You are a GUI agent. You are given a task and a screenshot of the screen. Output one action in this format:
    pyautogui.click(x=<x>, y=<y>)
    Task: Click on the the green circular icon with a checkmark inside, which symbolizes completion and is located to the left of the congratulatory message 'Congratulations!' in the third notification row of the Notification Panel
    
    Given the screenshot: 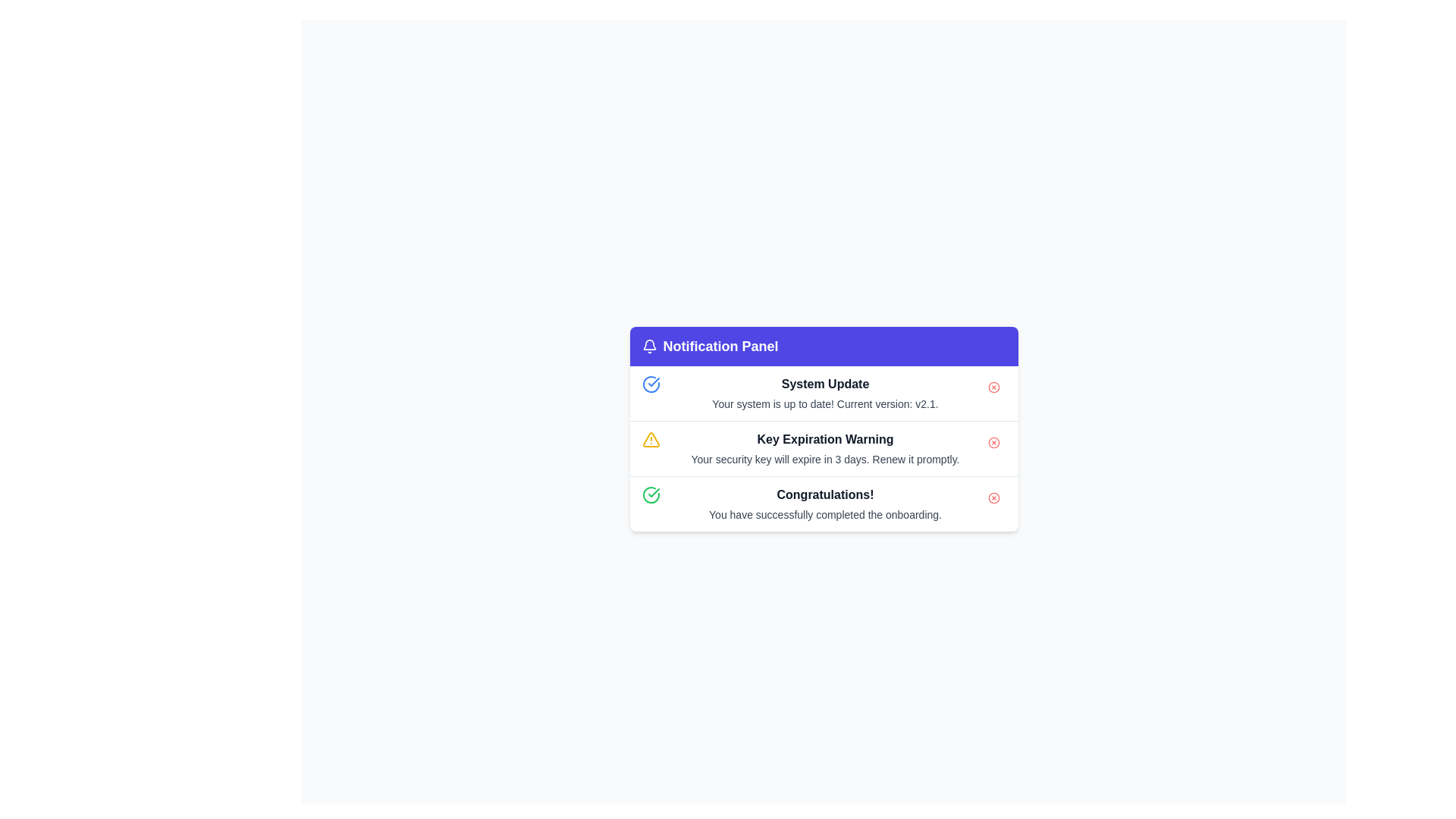 What is the action you would take?
    pyautogui.click(x=651, y=494)
    